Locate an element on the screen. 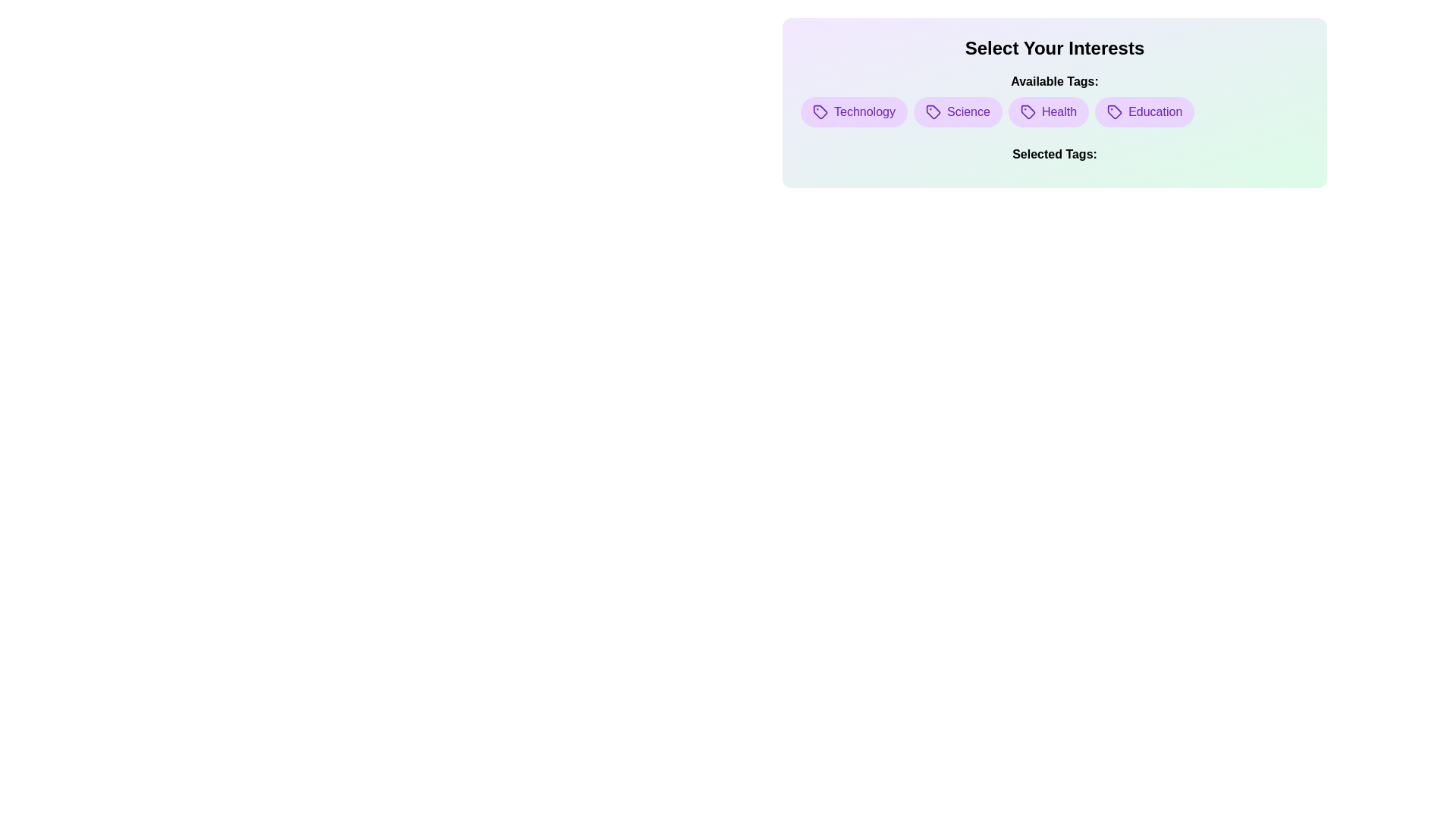 The image size is (1456, 819). the 'Education' tag icon located on the far right of the available tags is located at coordinates (1115, 111).